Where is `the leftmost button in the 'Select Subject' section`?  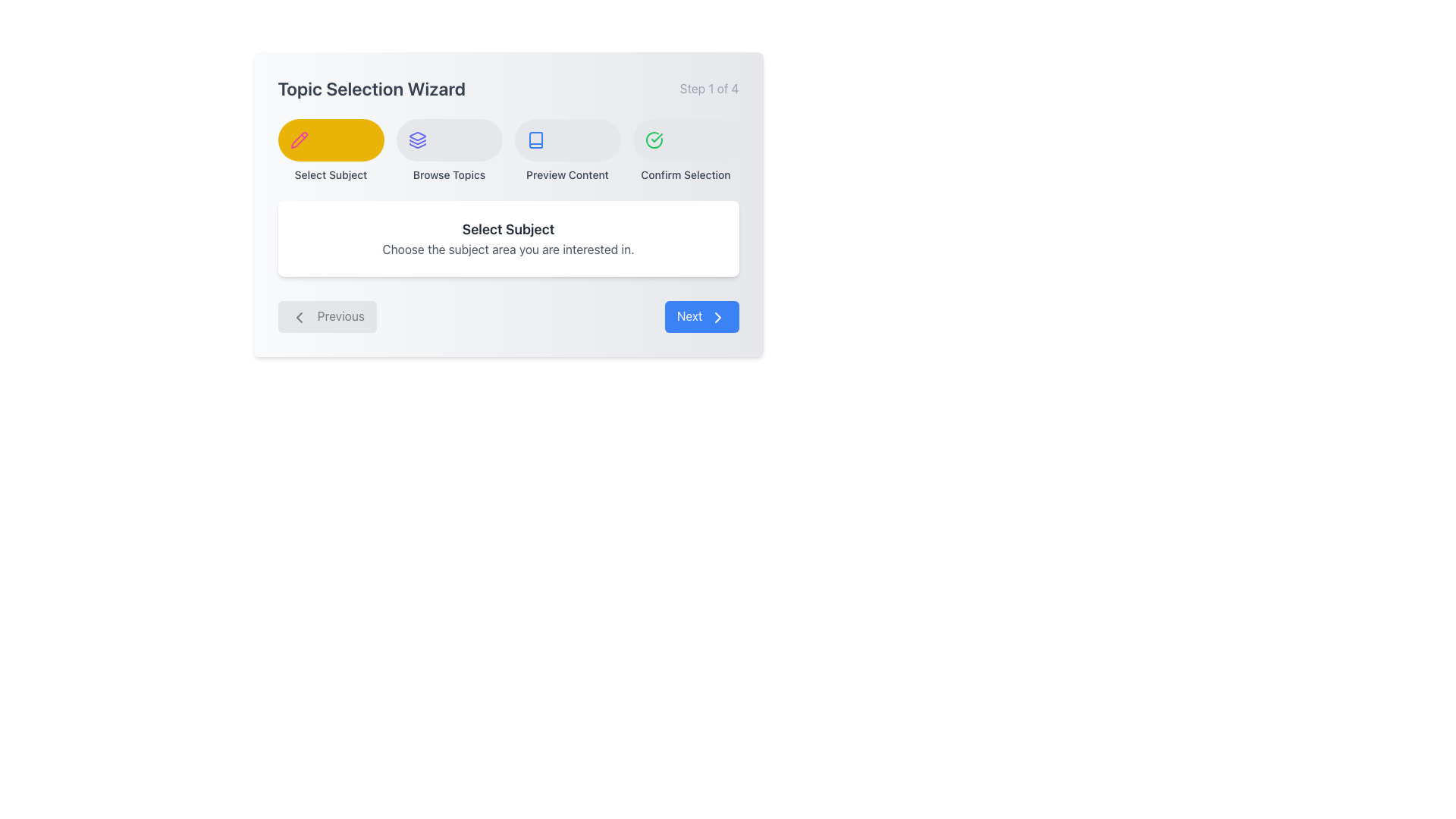 the leftmost button in the 'Select Subject' section is located at coordinates (330, 140).